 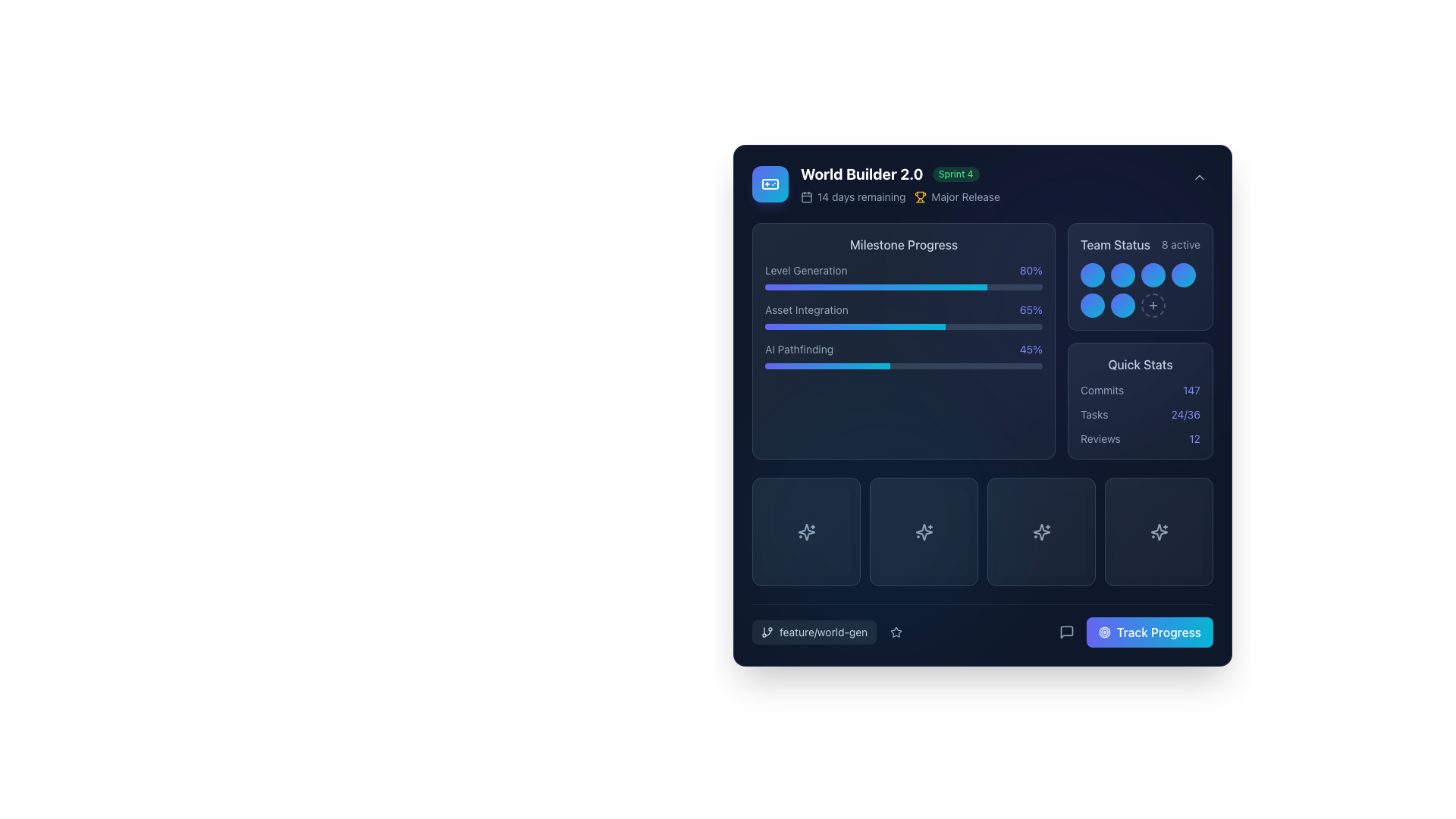 I want to click on the static label displaying the count of active entities or elements, which is aligned to the right-hand side of the header 'Team Status', so click(x=1180, y=244).